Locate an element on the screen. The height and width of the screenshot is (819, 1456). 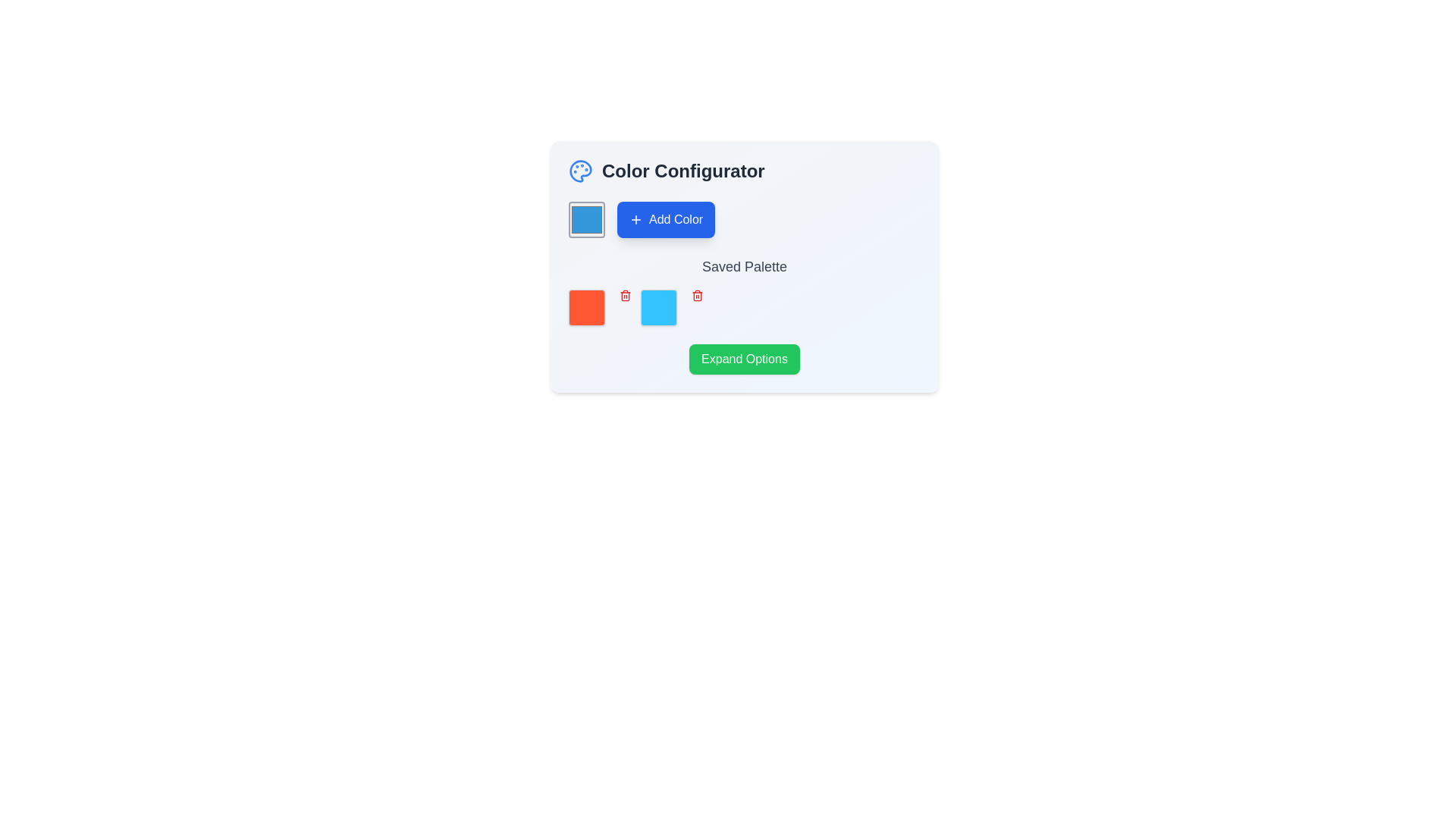
the trash icon button in the top-right corner of the blue square in the 'Saved Palette' section is located at coordinates (697, 295).